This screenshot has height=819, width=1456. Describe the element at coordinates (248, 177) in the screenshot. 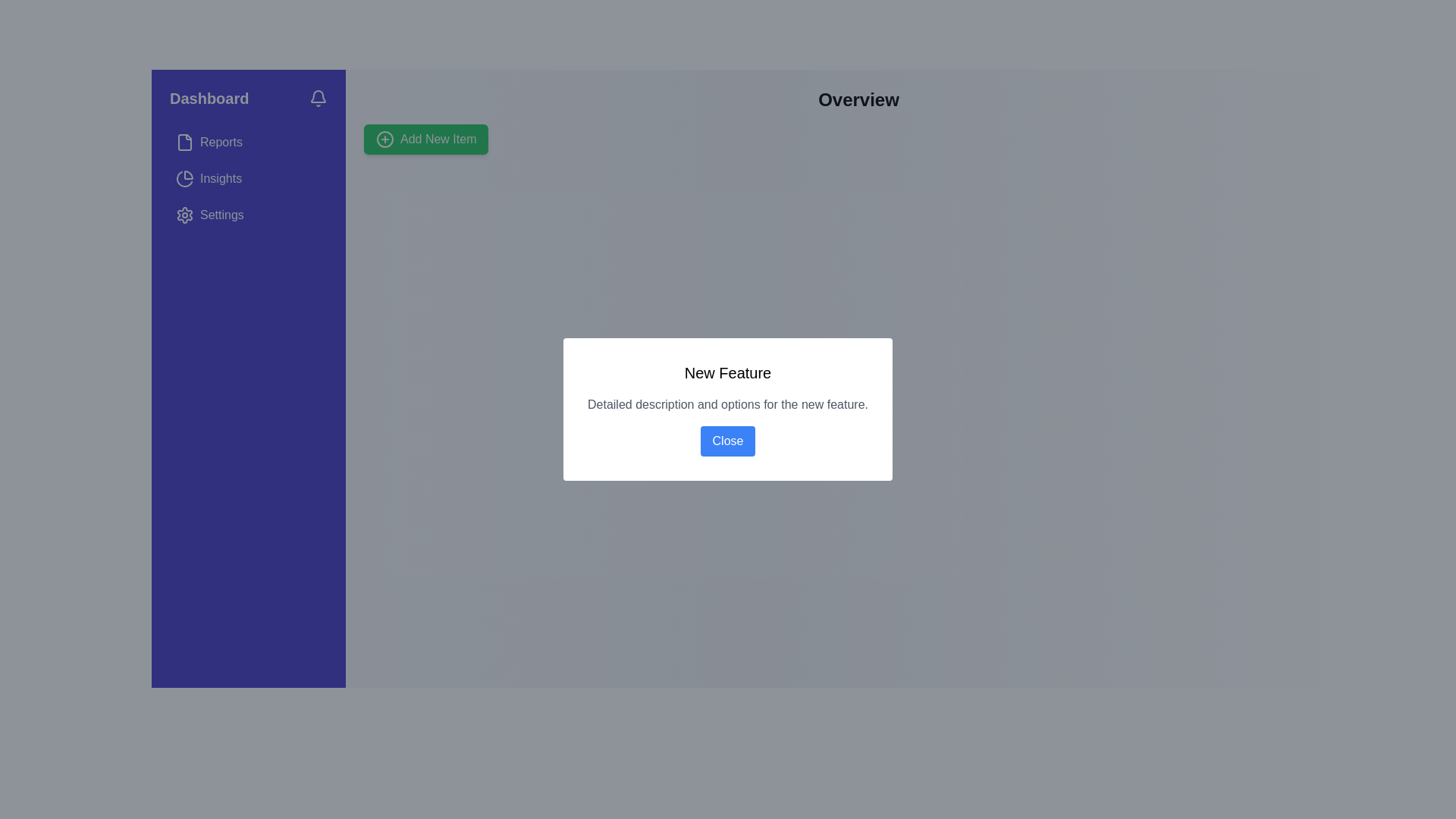

I see `the 'Insights' navigation button located in the blue sidebar, which is the second menu item below 'Reports' and above 'Settings'` at that location.